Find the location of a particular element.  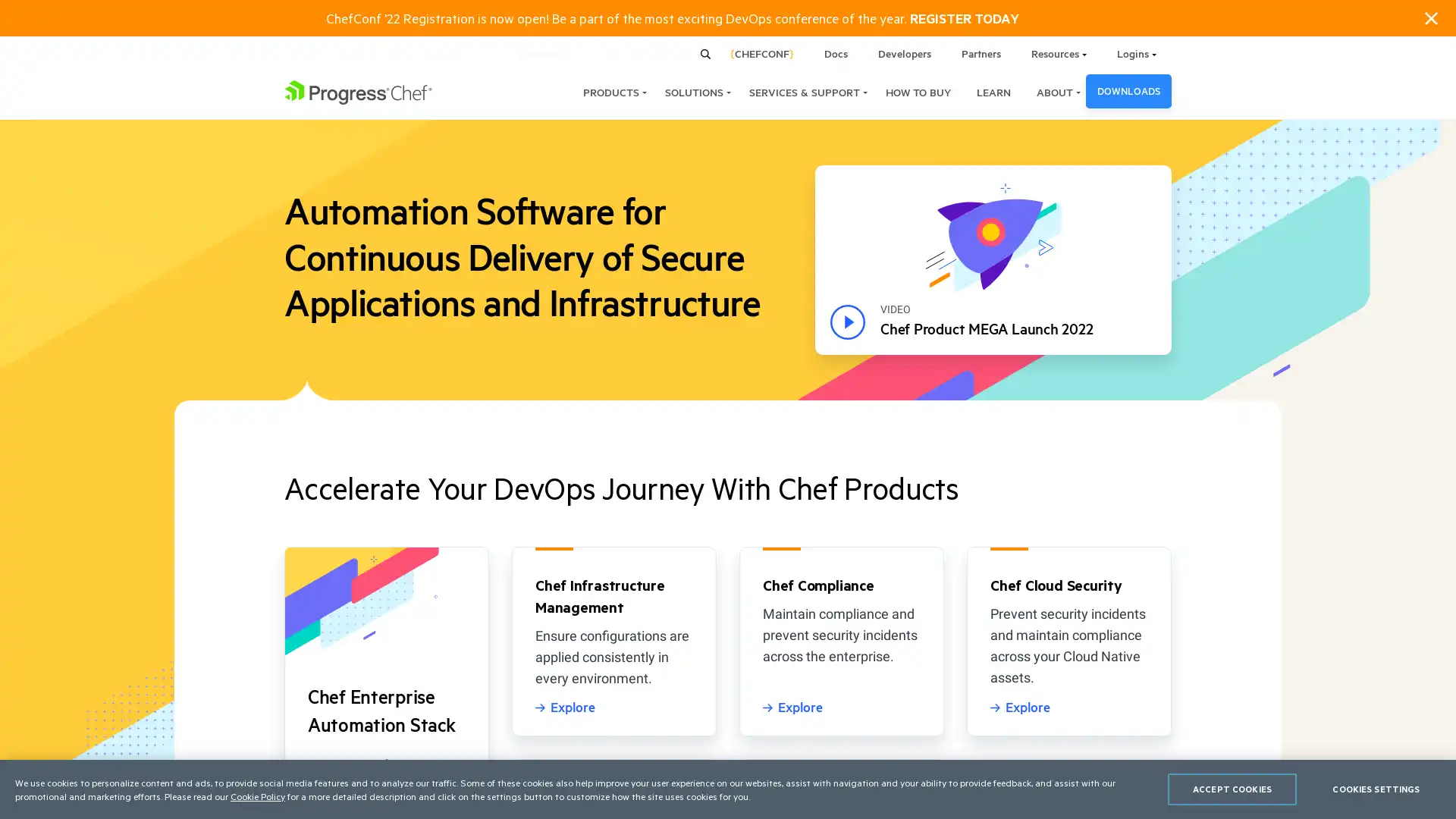

Logins is located at coordinates (1136, 54).